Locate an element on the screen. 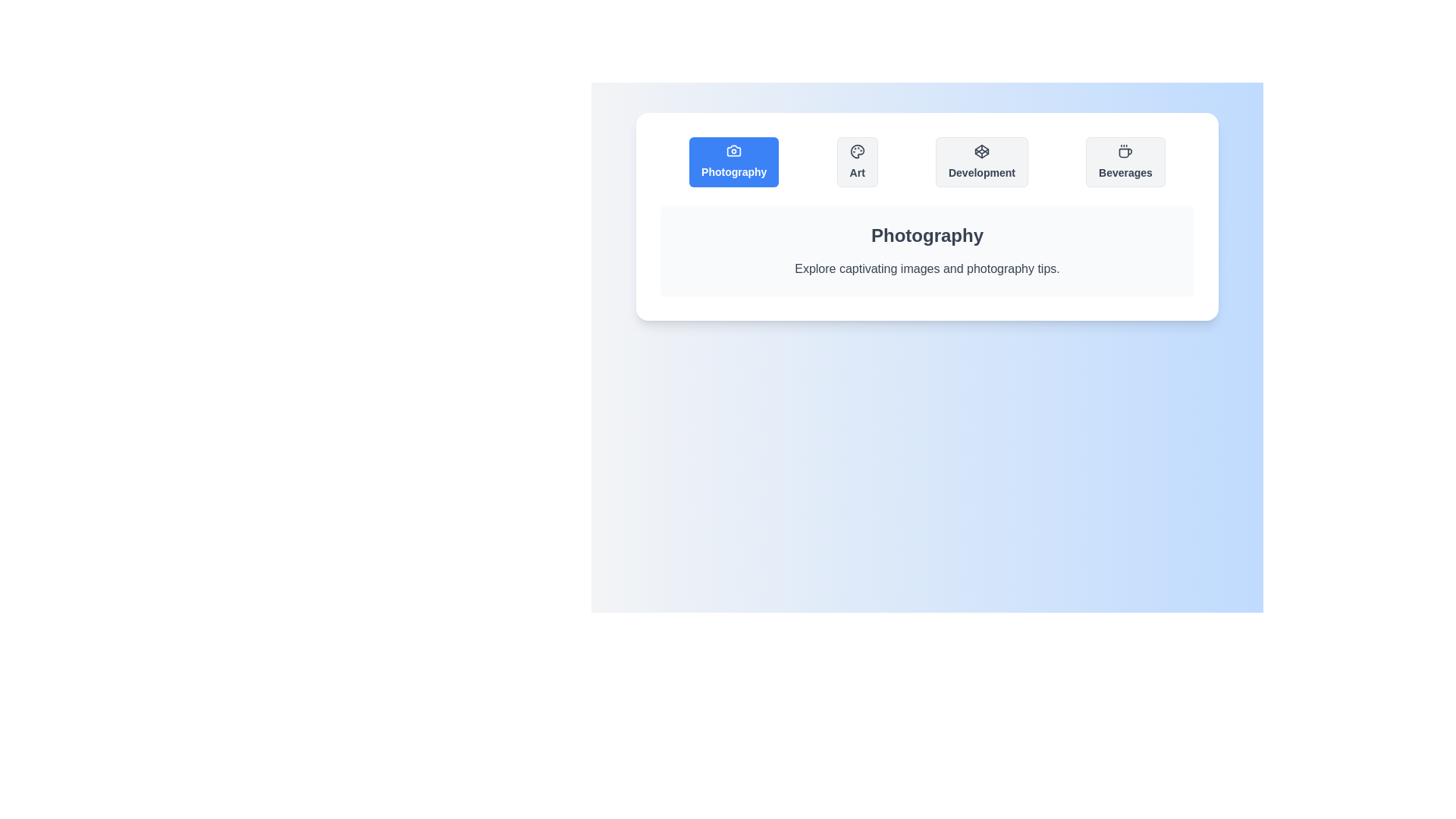 This screenshot has height=819, width=1456. the tab labeled Beverages to view its content is located at coordinates (1125, 162).